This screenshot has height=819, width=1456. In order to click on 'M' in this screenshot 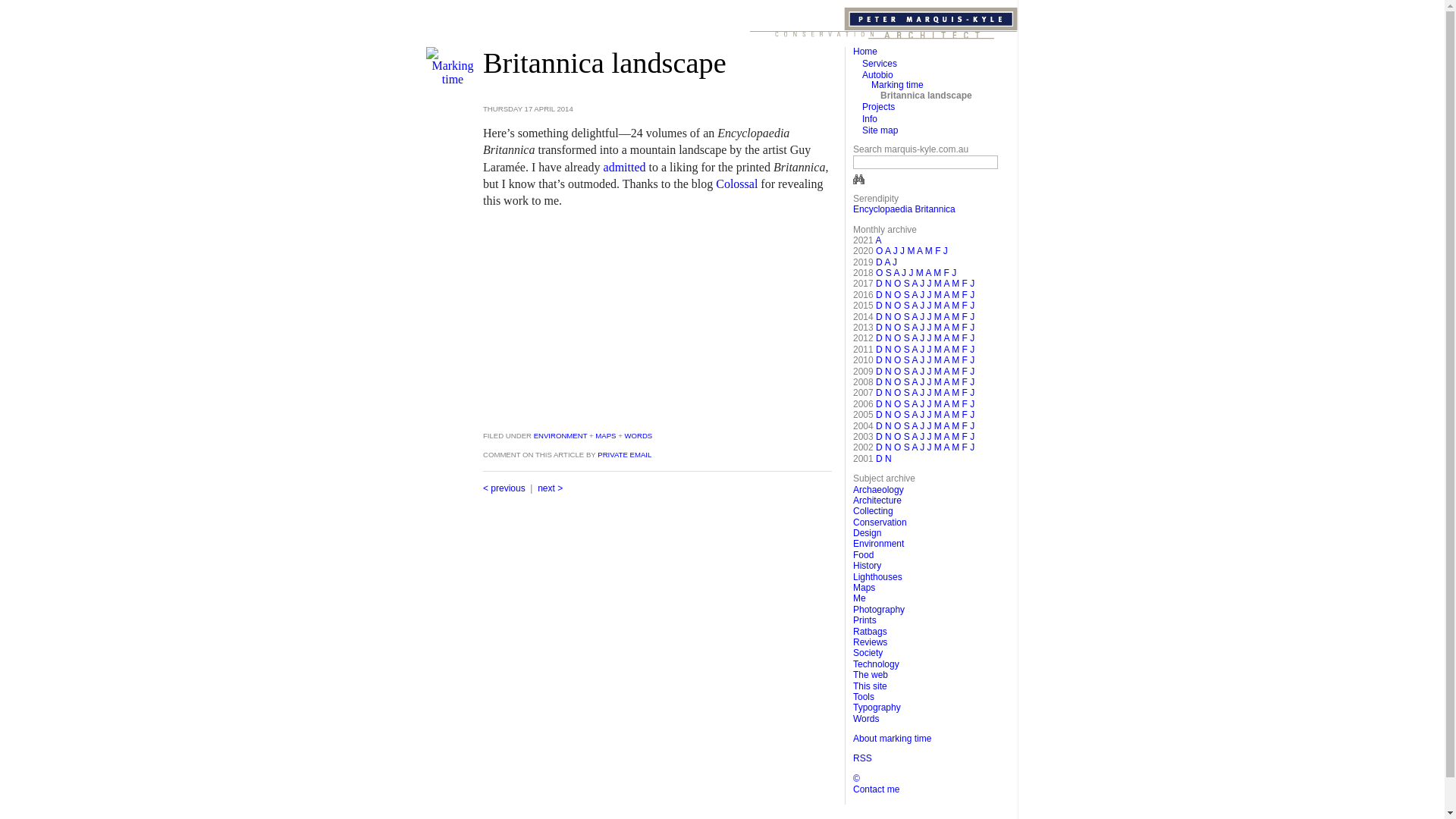, I will do `click(954, 305)`.